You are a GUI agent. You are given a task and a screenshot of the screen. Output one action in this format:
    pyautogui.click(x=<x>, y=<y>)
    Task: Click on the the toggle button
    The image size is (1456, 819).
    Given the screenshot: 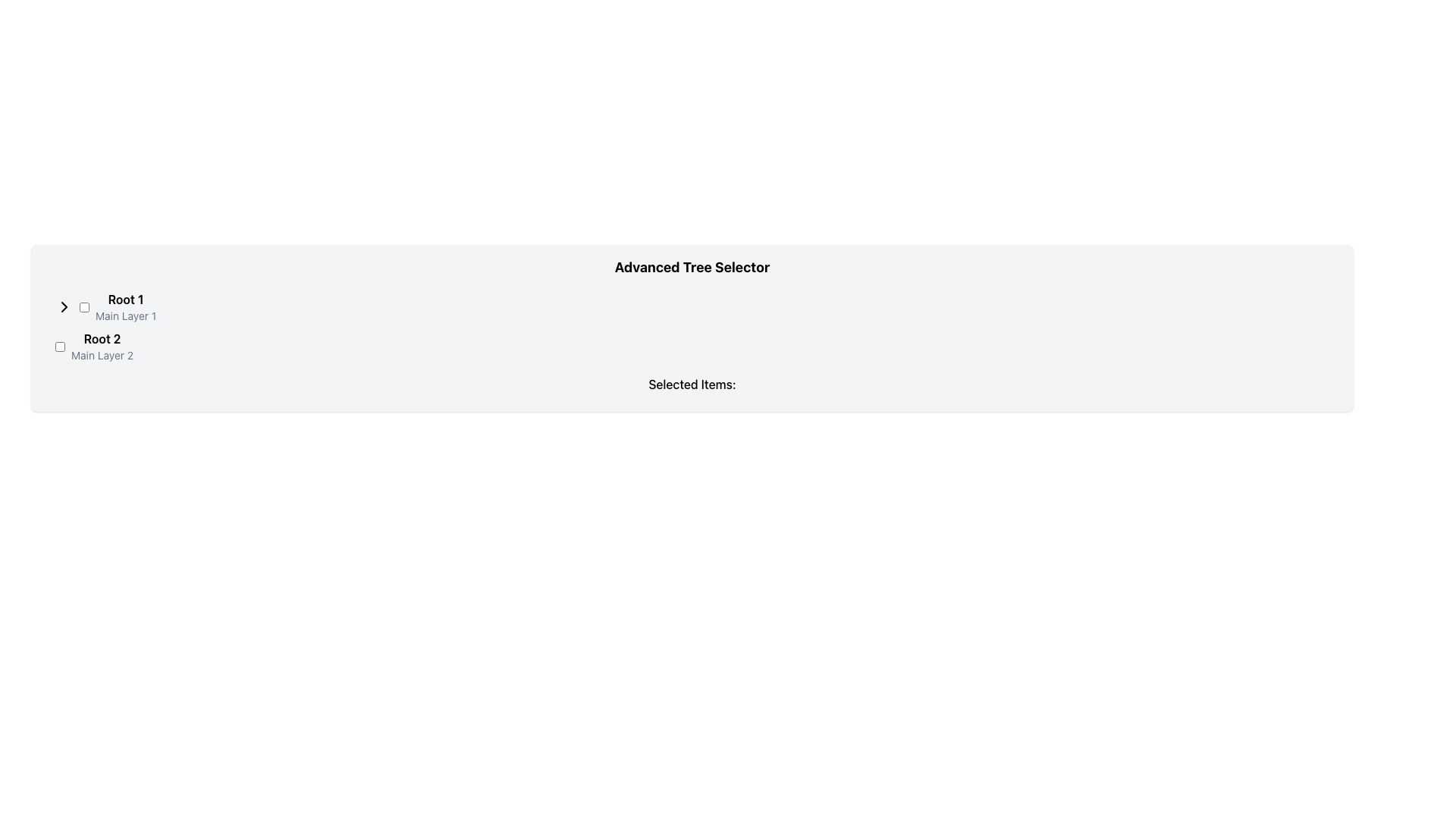 What is the action you would take?
    pyautogui.click(x=64, y=307)
    